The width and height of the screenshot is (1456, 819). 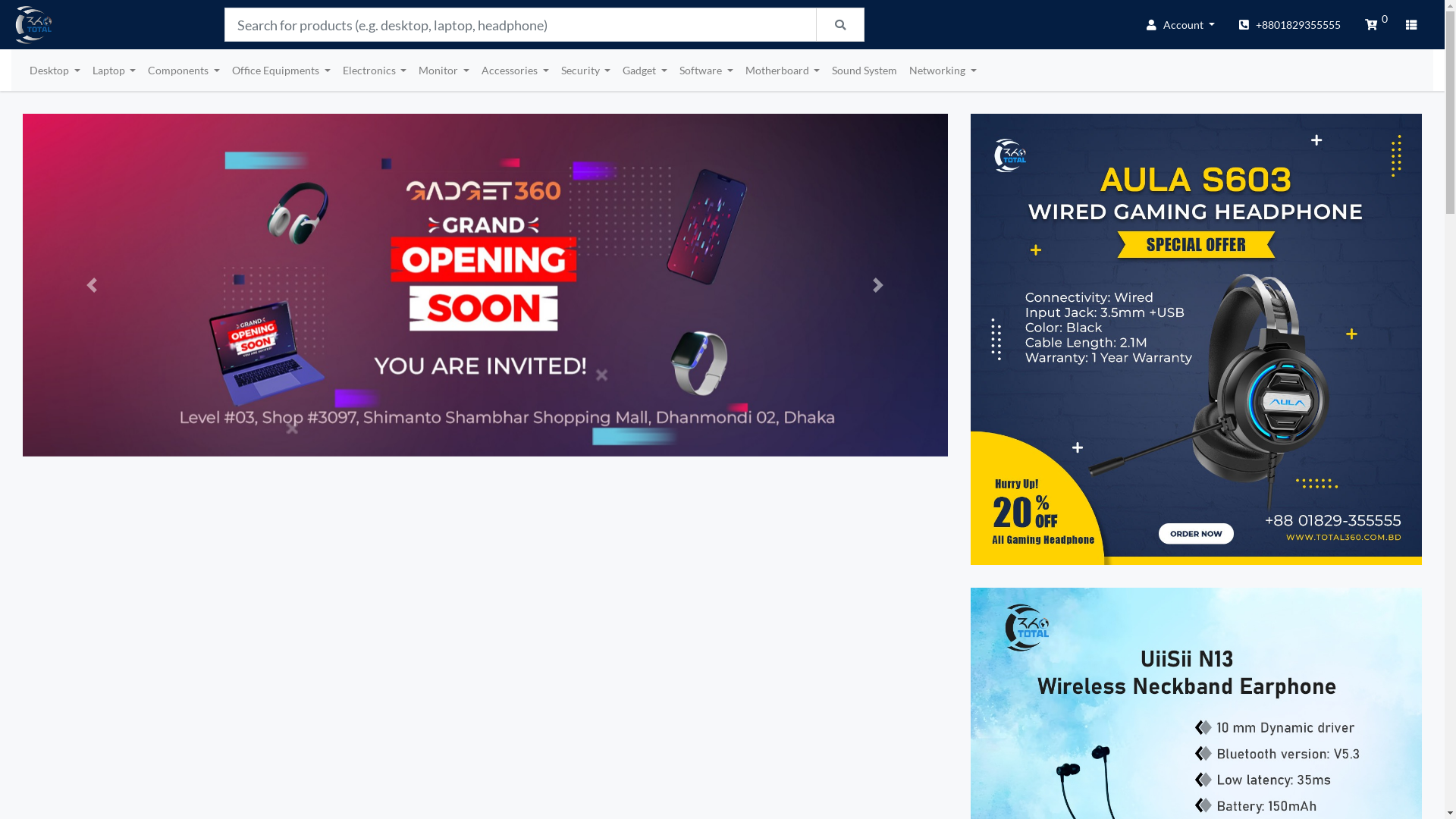 I want to click on 'Account', so click(x=1179, y=24).